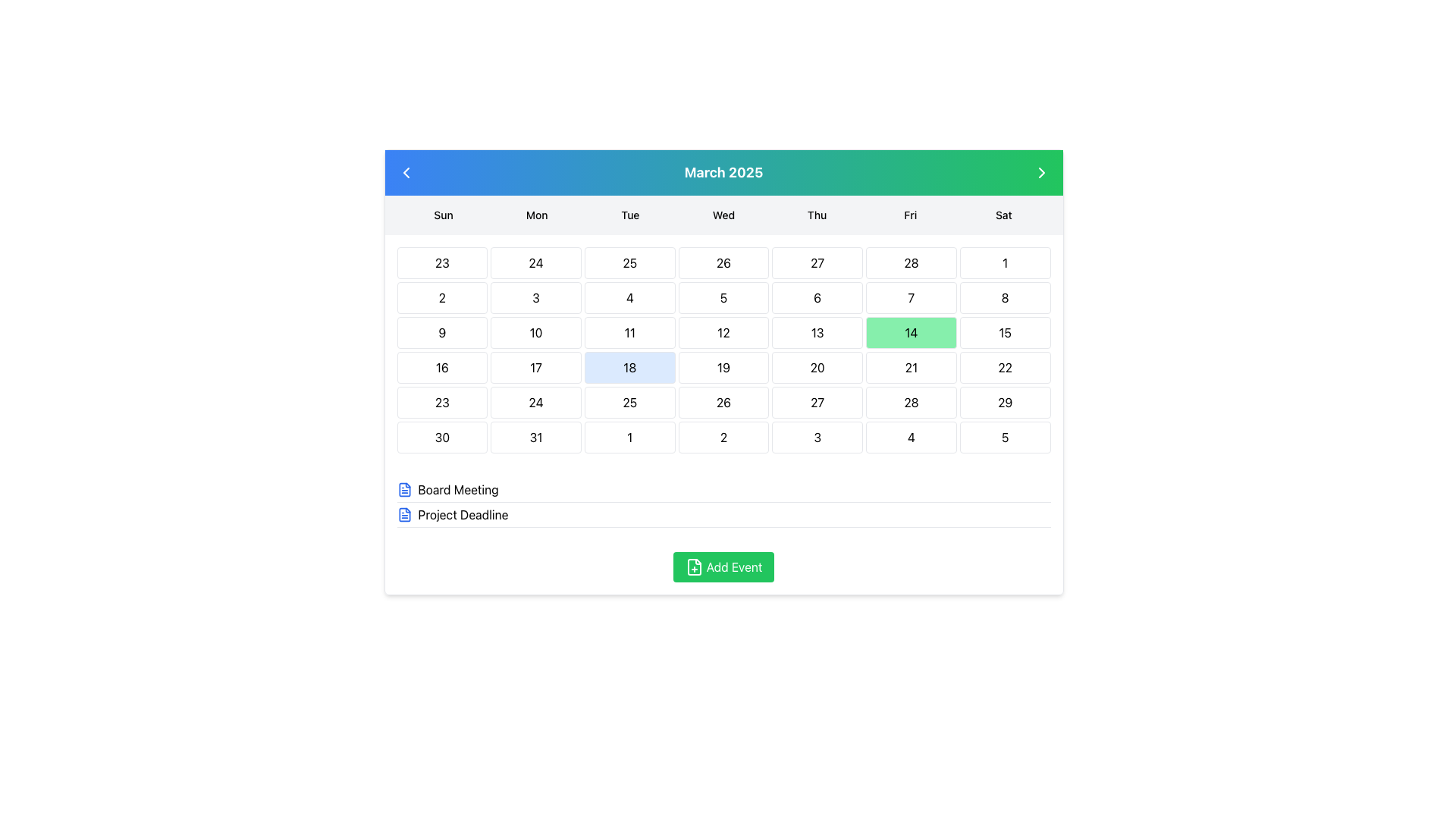  Describe the element at coordinates (441, 368) in the screenshot. I see `the Date button representing the date '16'` at that location.